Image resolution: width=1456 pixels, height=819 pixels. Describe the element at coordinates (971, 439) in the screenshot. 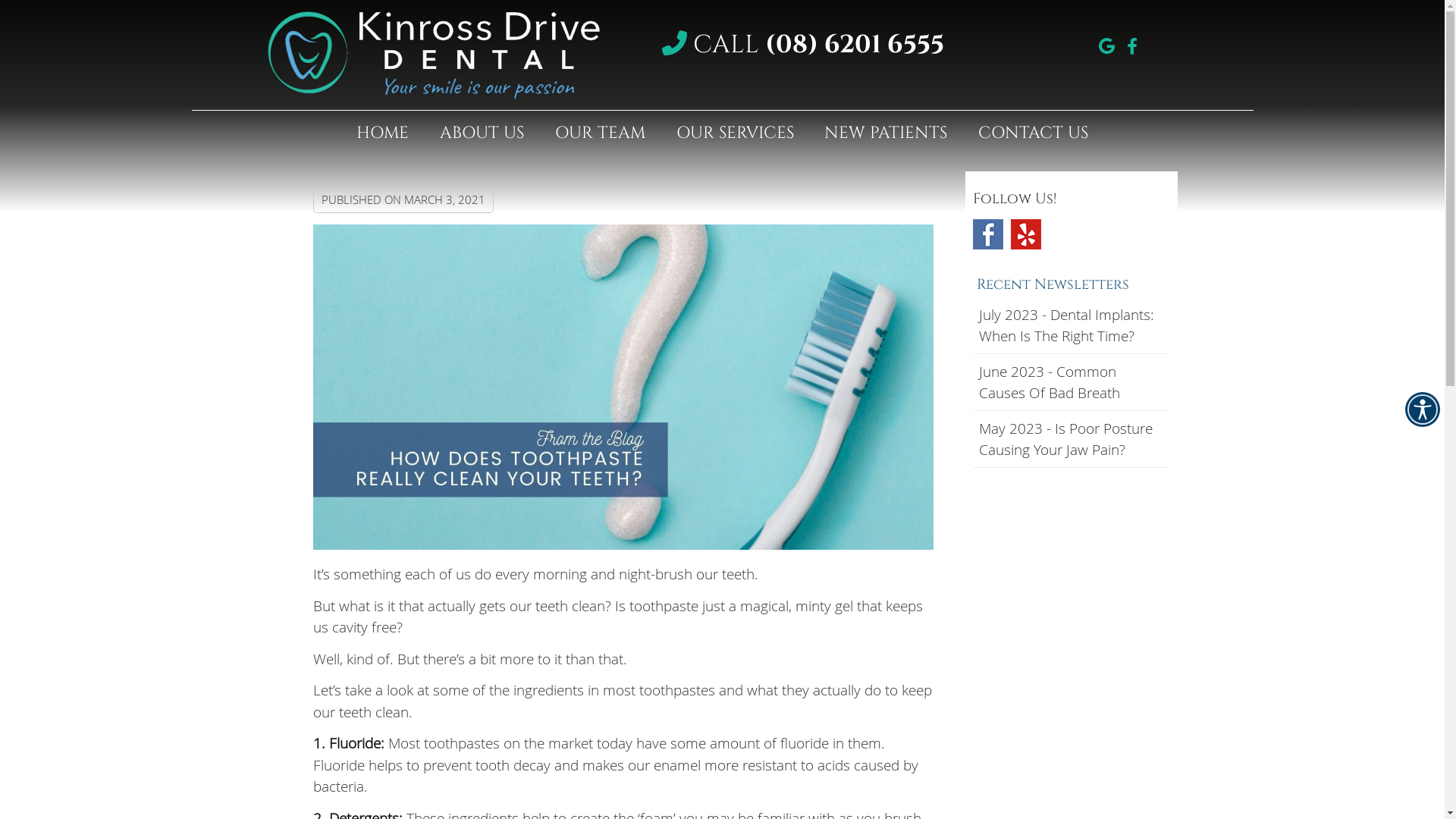

I see `'May 2023 - Is Poor Posture Causing Your Jaw Pain?'` at that location.